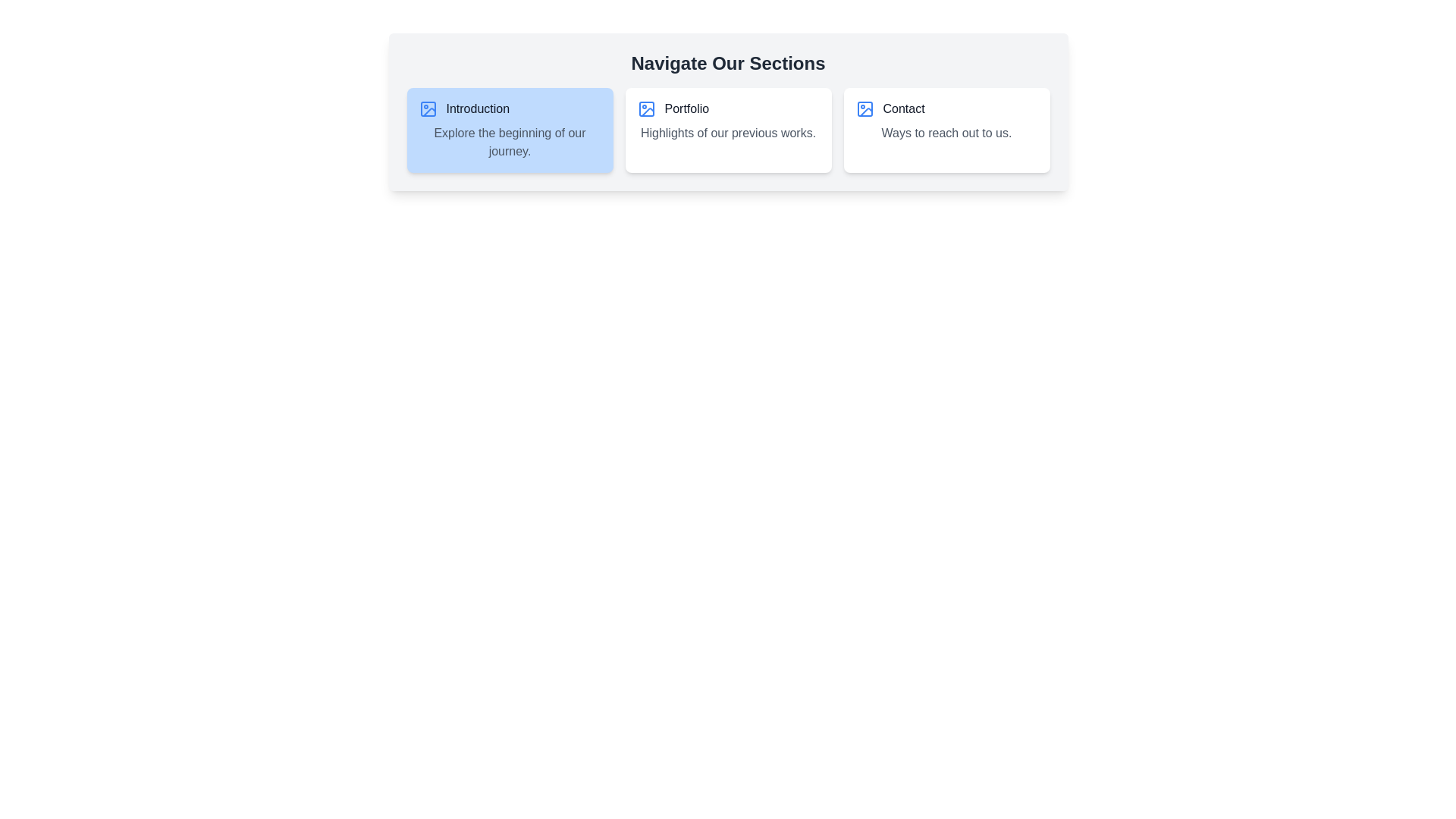 The image size is (1456, 819). I want to click on the contact information card, which is the third card in a three-column layout, positioned on the far right, adjacent to the 'Portfolio' card, under the group titled 'Navigate Our Sections.', so click(946, 130).